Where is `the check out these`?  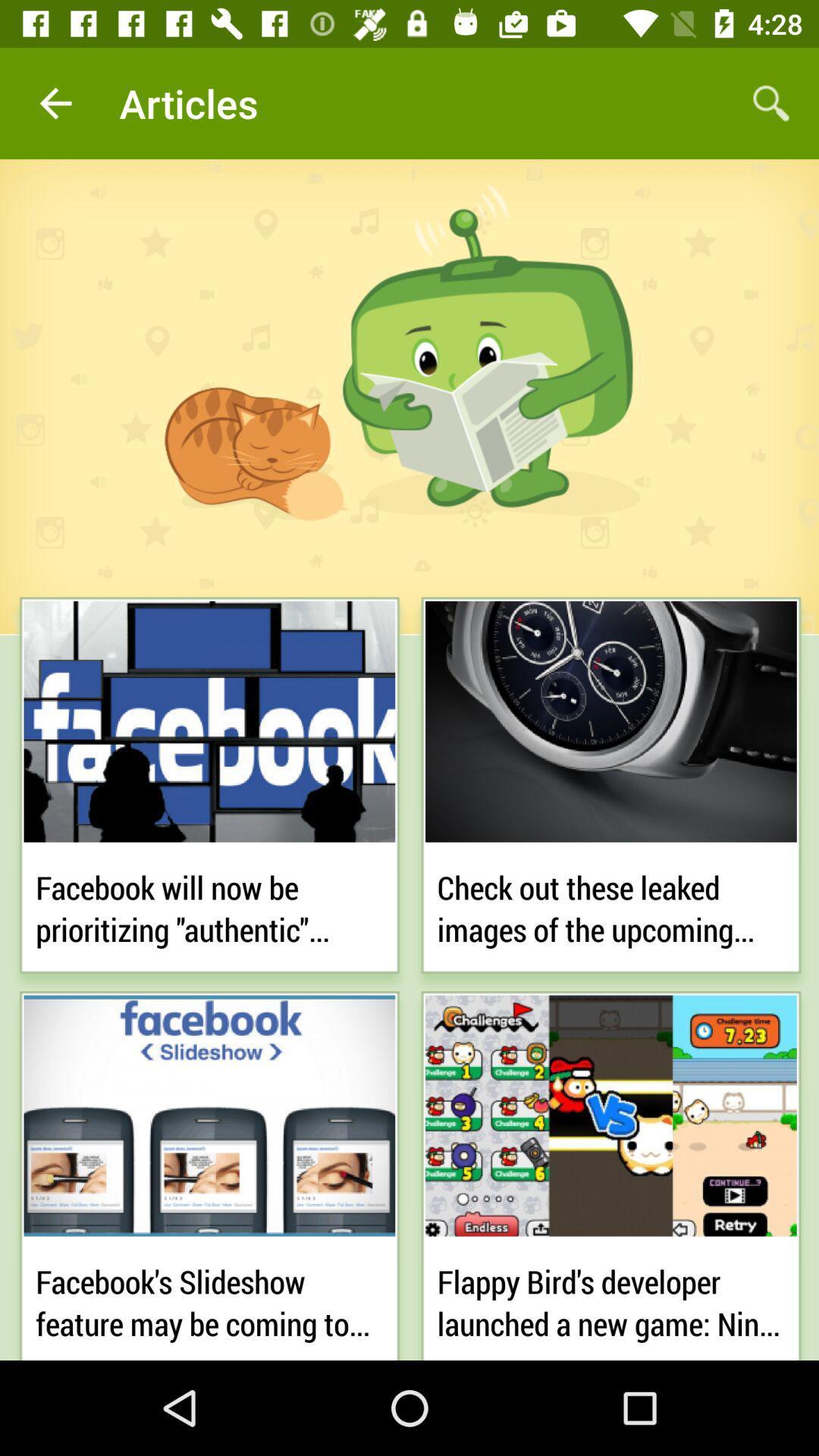 the check out these is located at coordinates (610, 905).